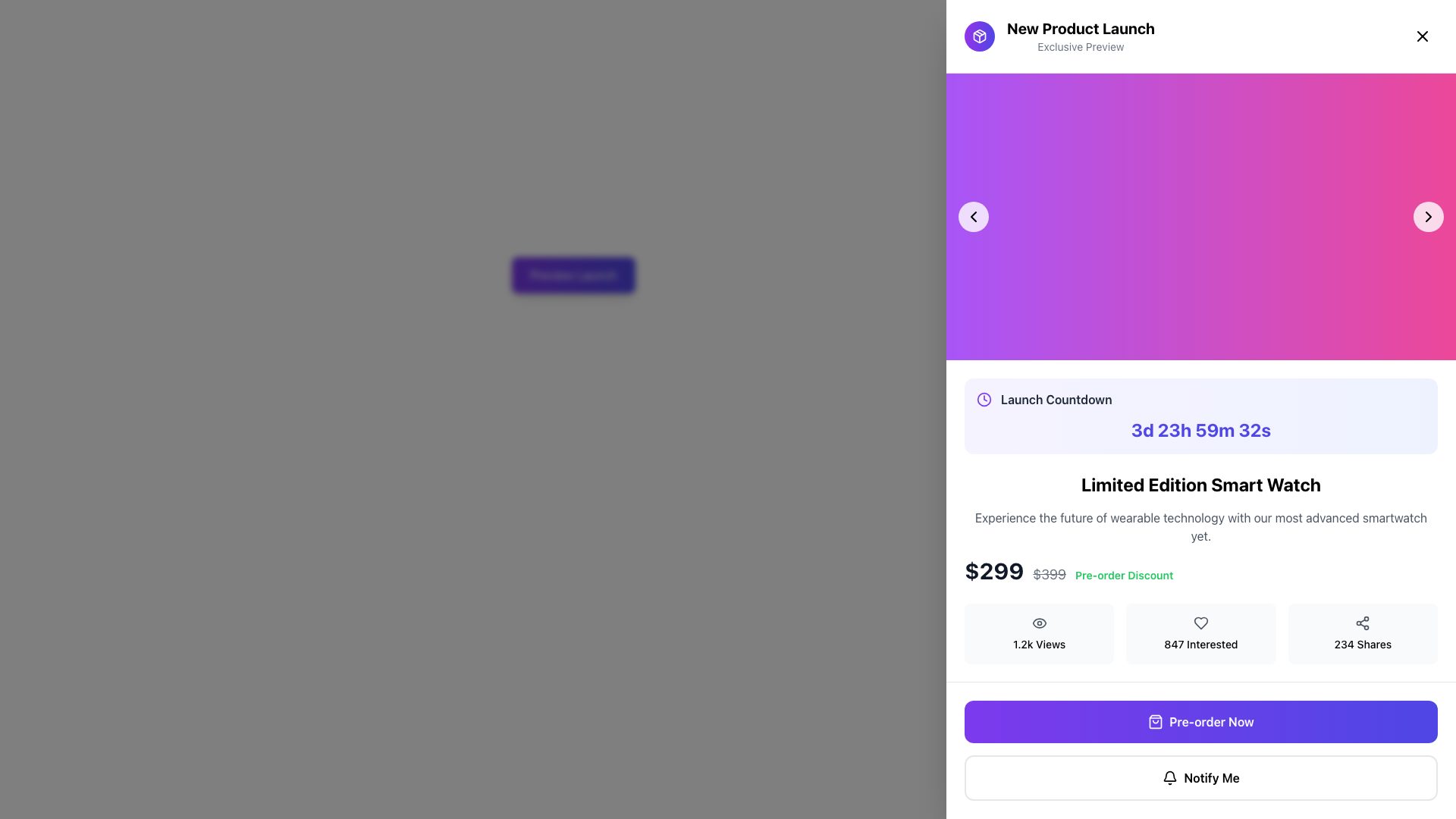  Describe the element at coordinates (1049, 575) in the screenshot. I see `the static text element displaying the previous price, which is styled with a line-through effect and located between the prices '$299' and 'Pre-order Discount'` at that location.